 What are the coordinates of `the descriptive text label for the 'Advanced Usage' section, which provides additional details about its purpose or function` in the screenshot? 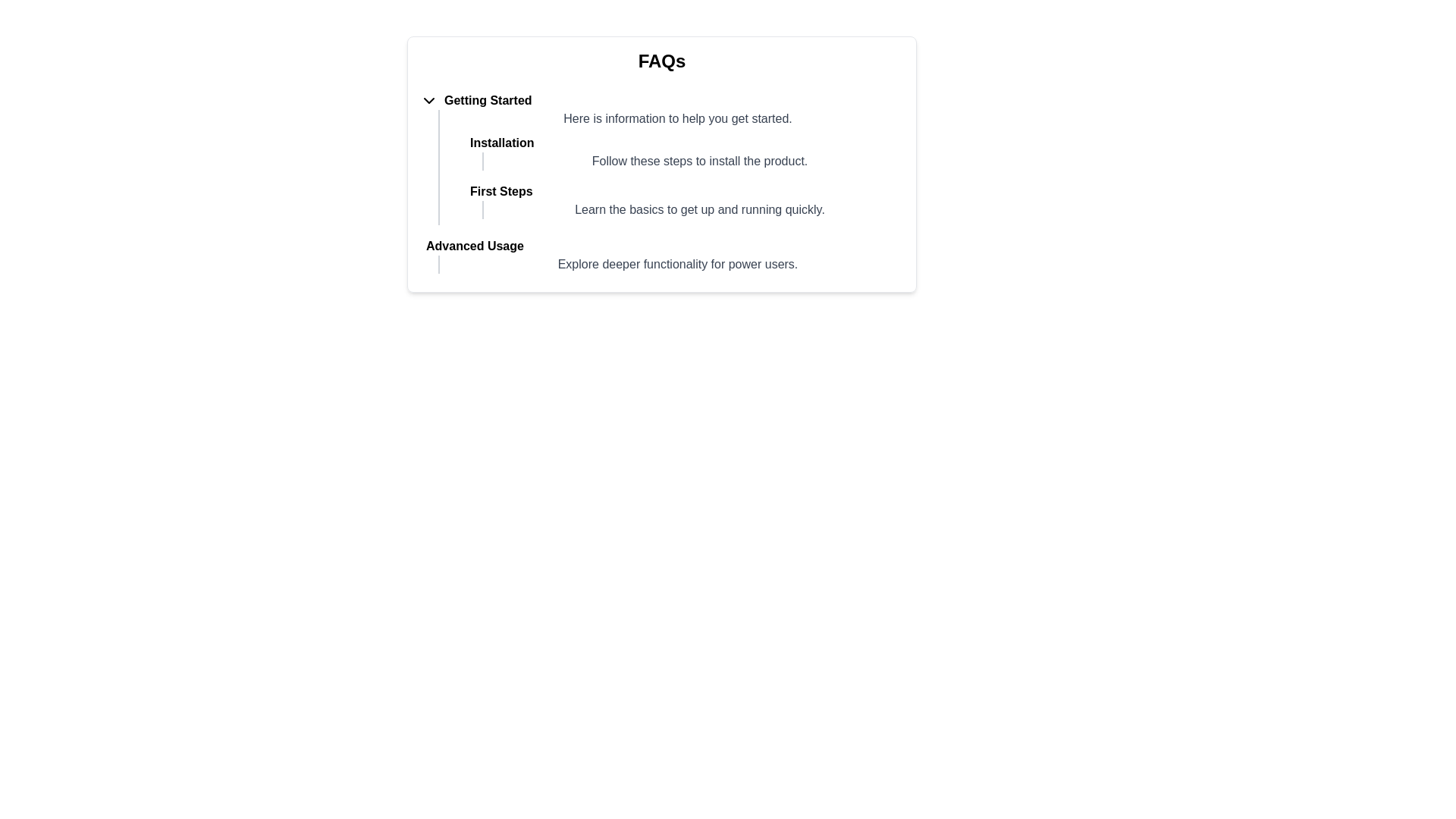 It's located at (670, 263).